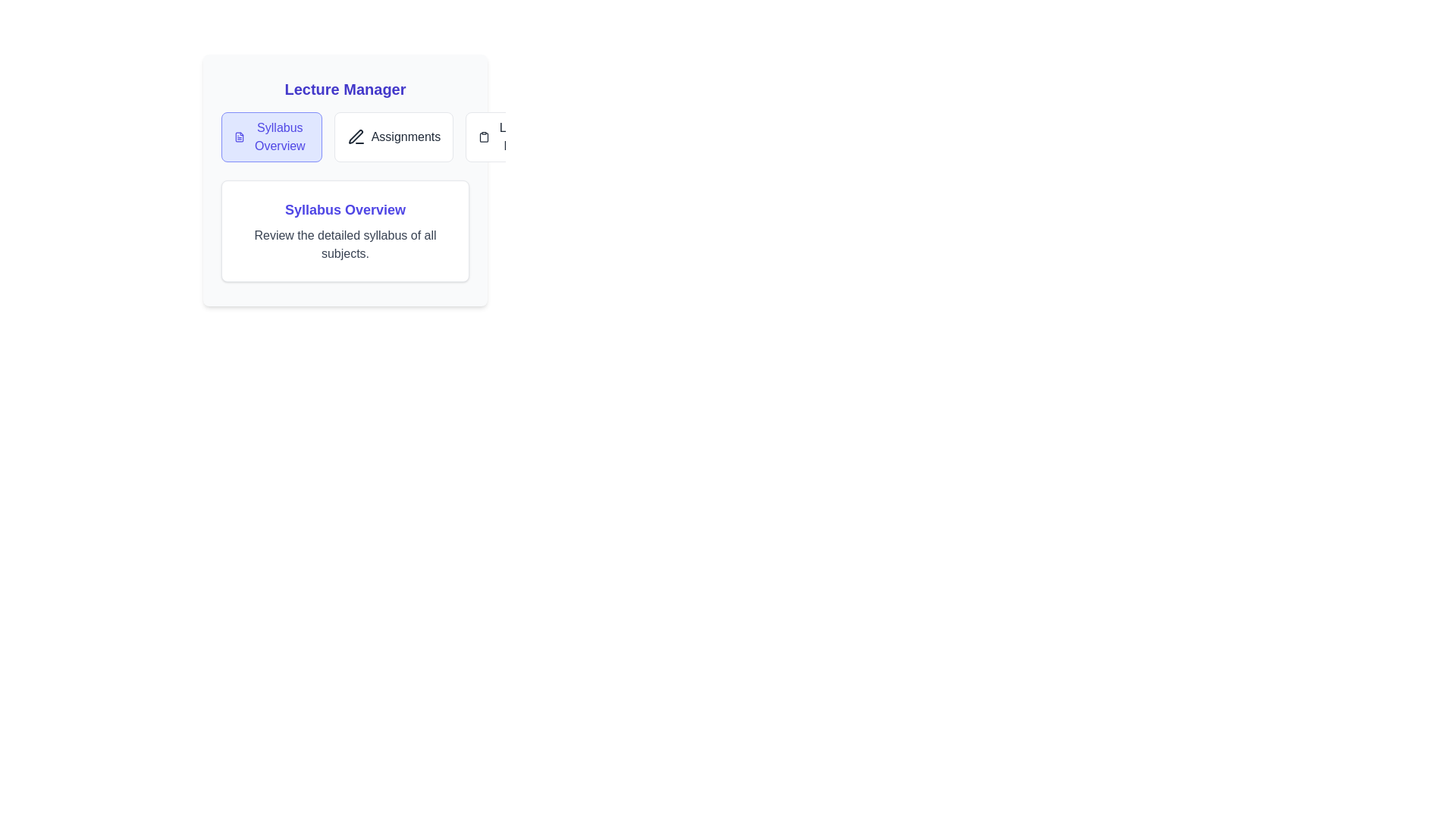  Describe the element at coordinates (344, 89) in the screenshot. I see `the 'Lecture Manager' text label, which is a bold and large indigo header positioned at the top of its section` at that location.